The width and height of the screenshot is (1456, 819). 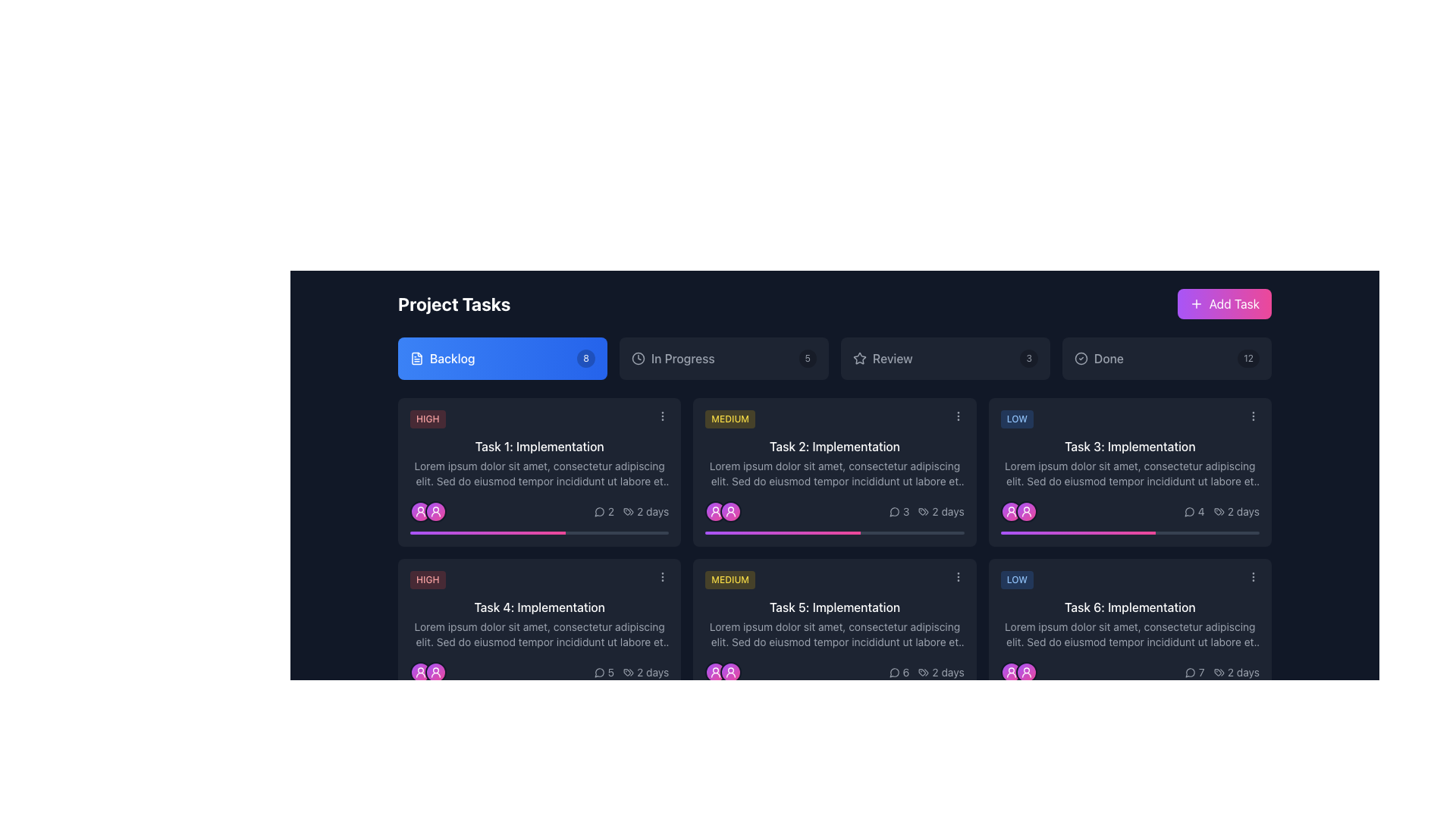 What do you see at coordinates (1011, 512) in the screenshot?
I see `the Profile icon badge located below the 'Task 3: Implementation' card in the 'Done' column` at bounding box center [1011, 512].